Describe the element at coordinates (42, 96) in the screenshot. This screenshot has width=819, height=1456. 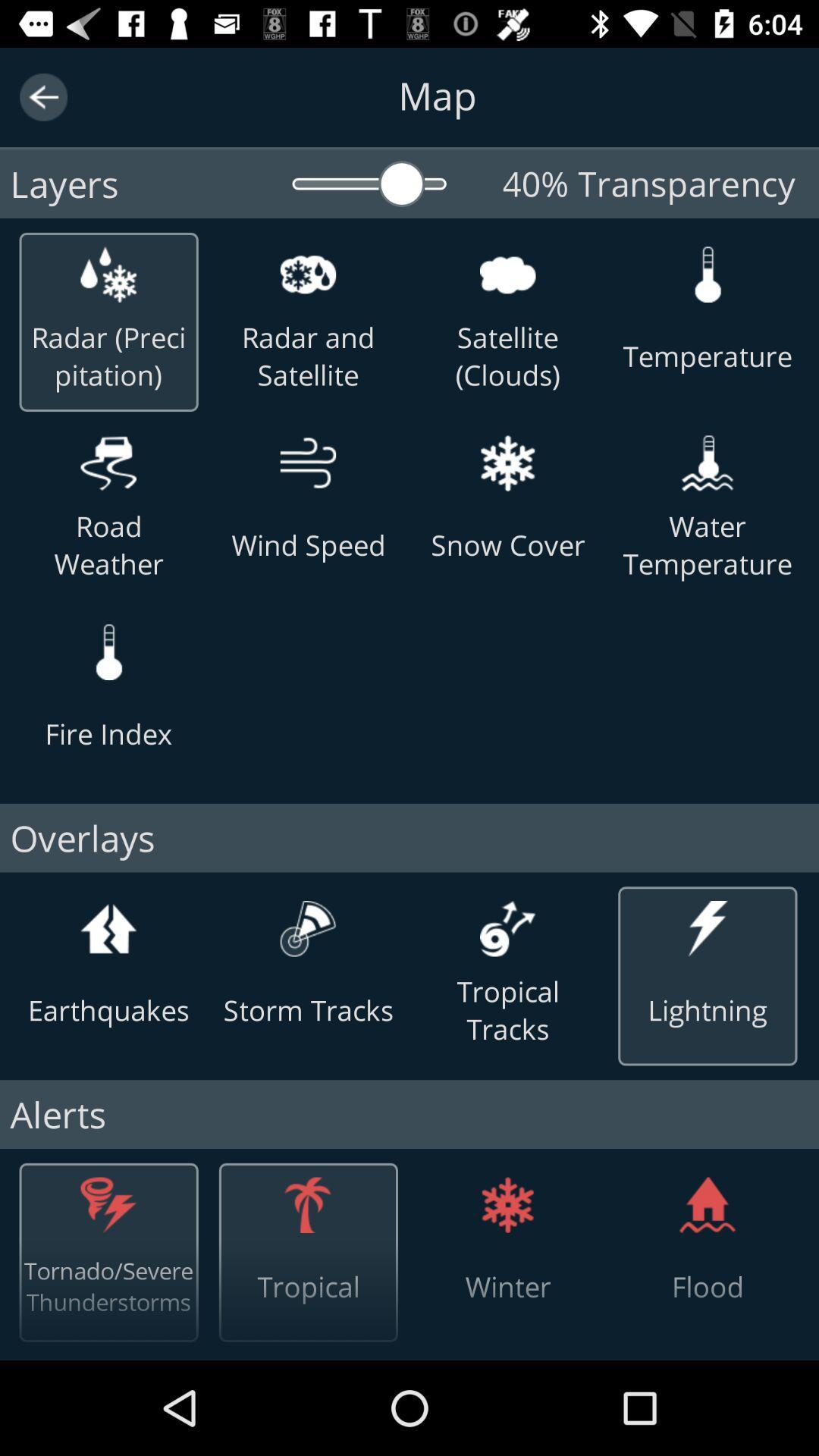
I see `item next to map` at that location.